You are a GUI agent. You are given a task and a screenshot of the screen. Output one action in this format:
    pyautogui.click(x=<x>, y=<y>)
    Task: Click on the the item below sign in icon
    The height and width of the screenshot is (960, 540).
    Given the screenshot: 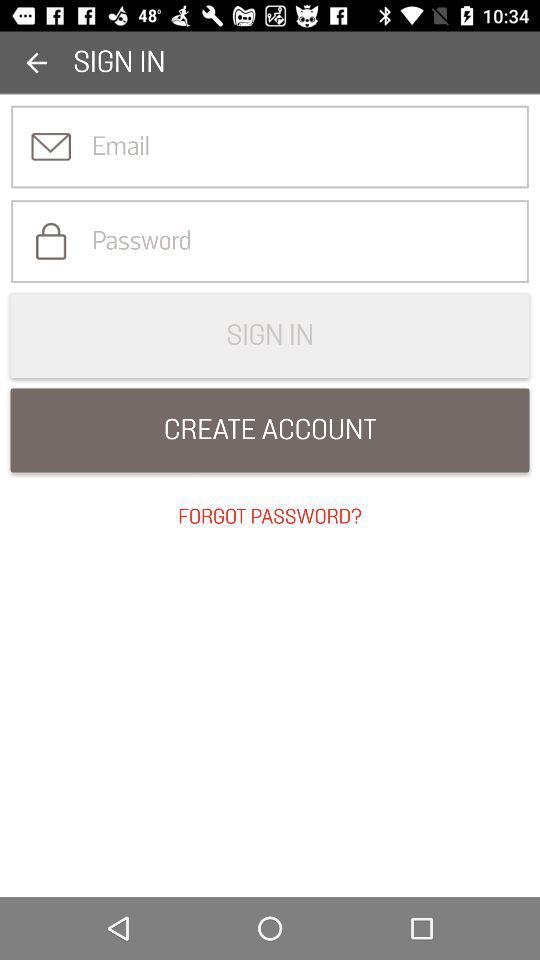 What is the action you would take?
    pyautogui.click(x=270, y=430)
    